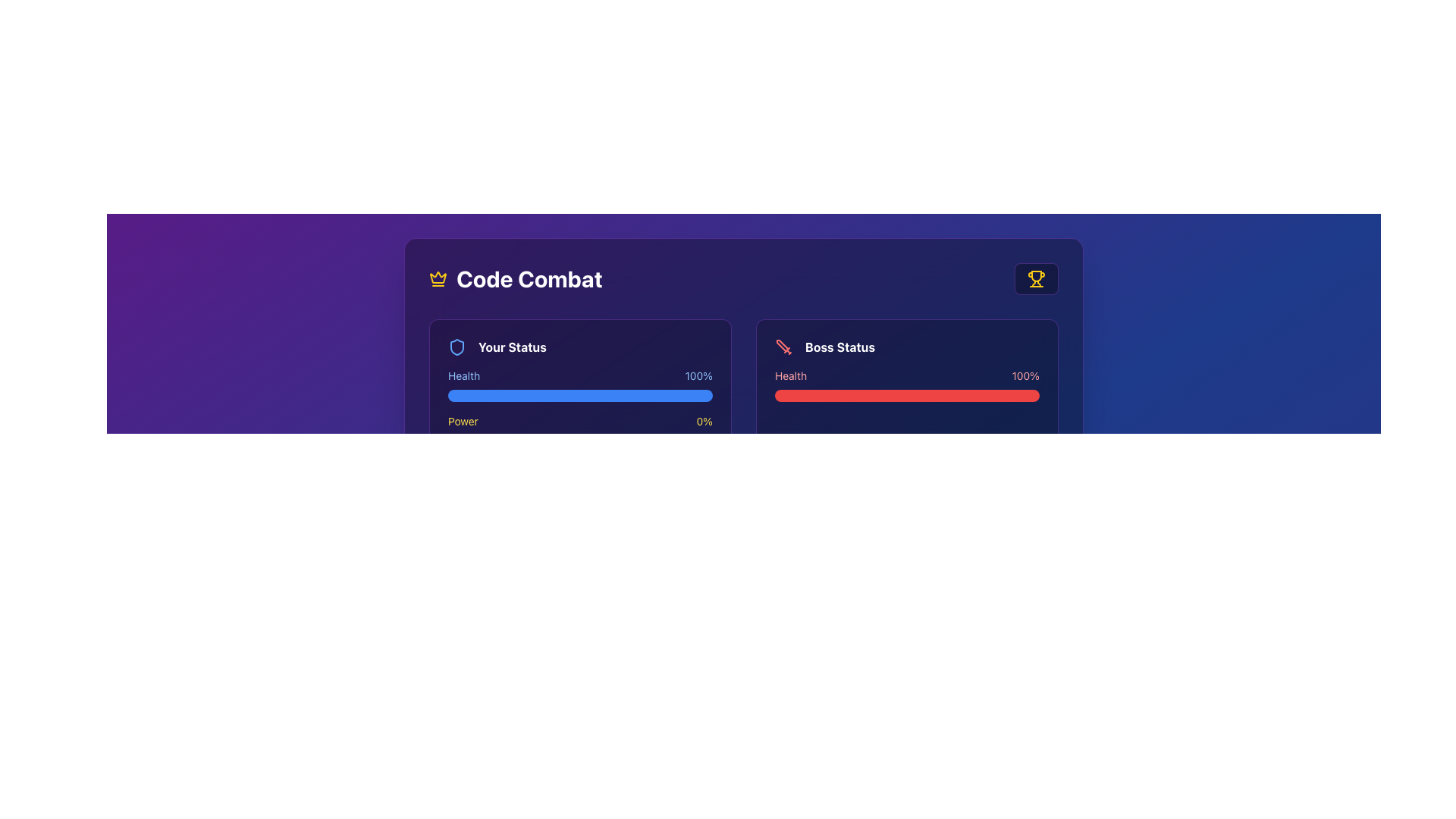 This screenshot has height=819, width=1456. Describe the element at coordinates (907, 394) in the screenshot. I see `the horizontal progress bar within the 'Boss Status' card, located under the label 'Health' and above the percentage indicator '100%'` at that location.